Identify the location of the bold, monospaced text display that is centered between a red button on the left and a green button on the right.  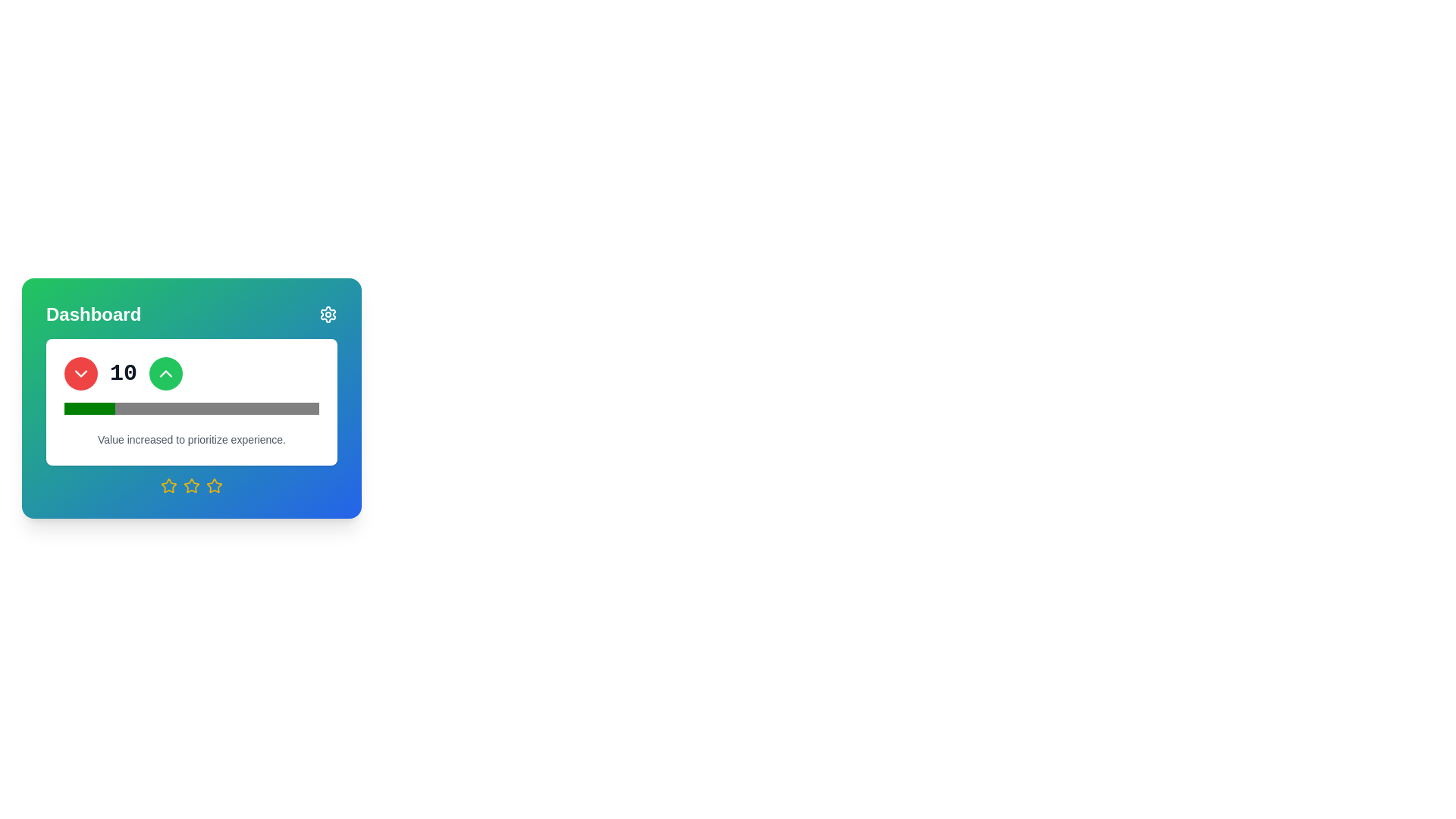
(124, 374).